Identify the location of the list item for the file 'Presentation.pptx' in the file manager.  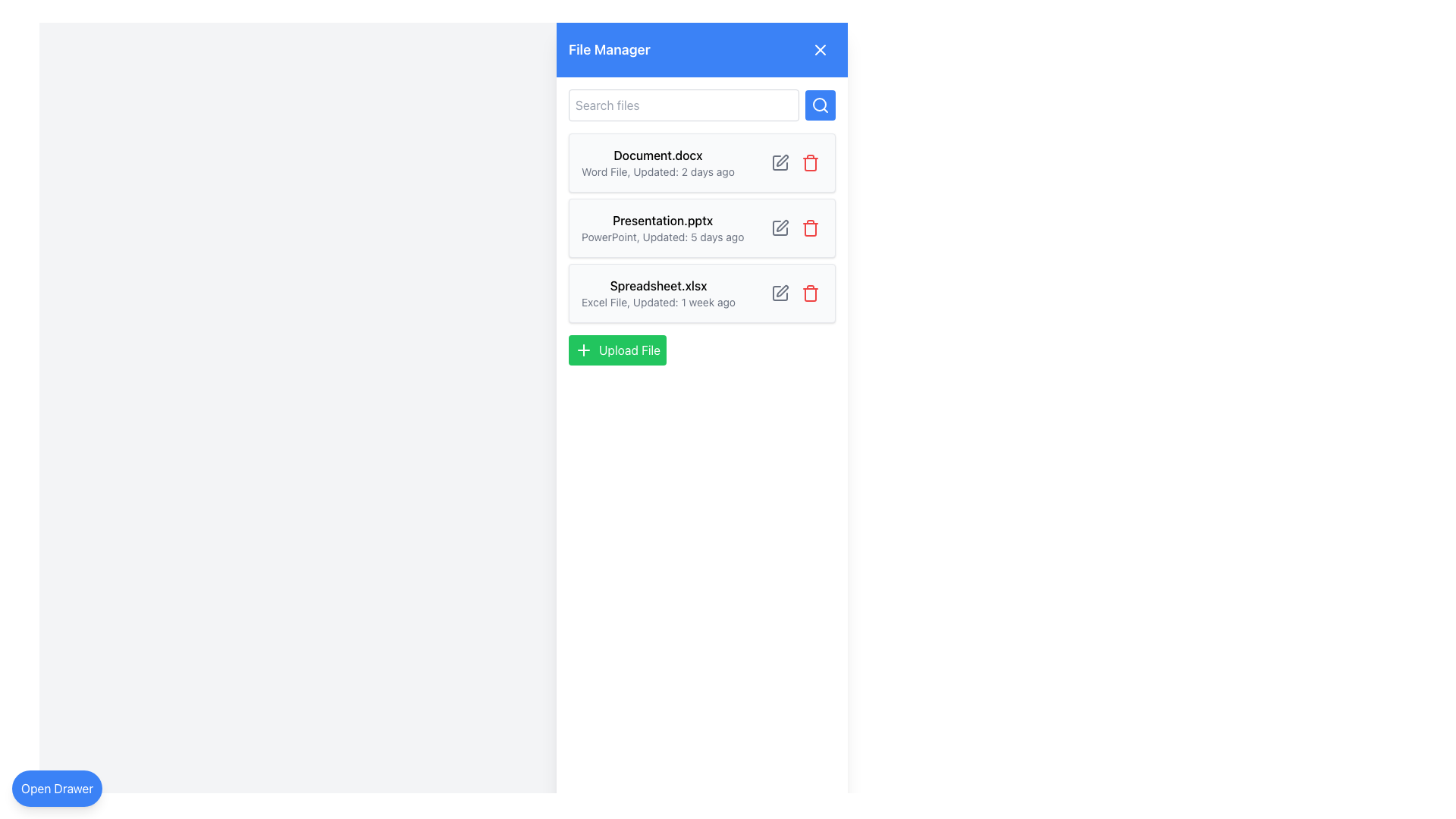
(701, 227).